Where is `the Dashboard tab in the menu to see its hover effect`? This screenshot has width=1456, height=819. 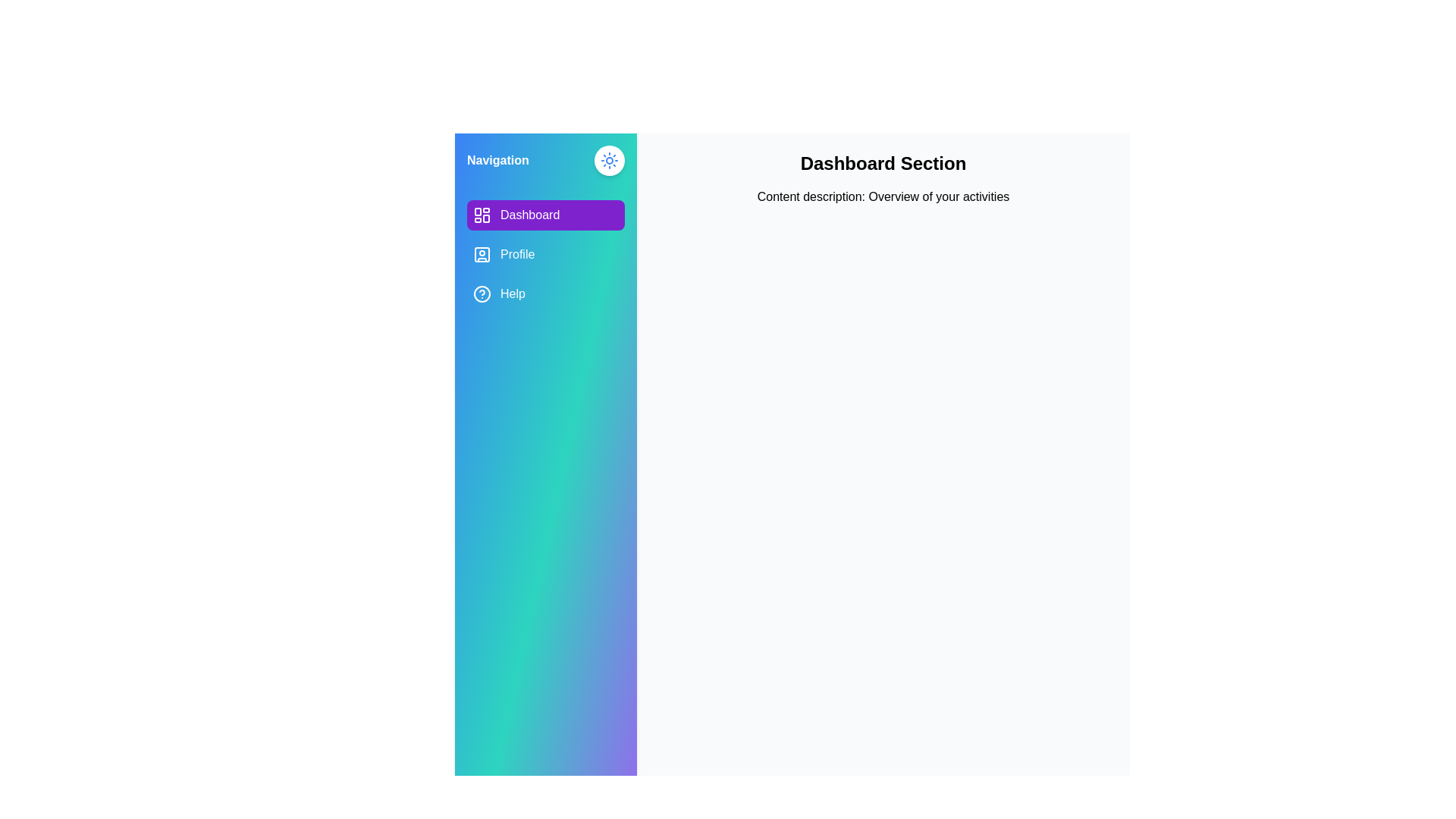
the Dashboard tab in the menu to see its hover effect is located at coordinates (546, 215).